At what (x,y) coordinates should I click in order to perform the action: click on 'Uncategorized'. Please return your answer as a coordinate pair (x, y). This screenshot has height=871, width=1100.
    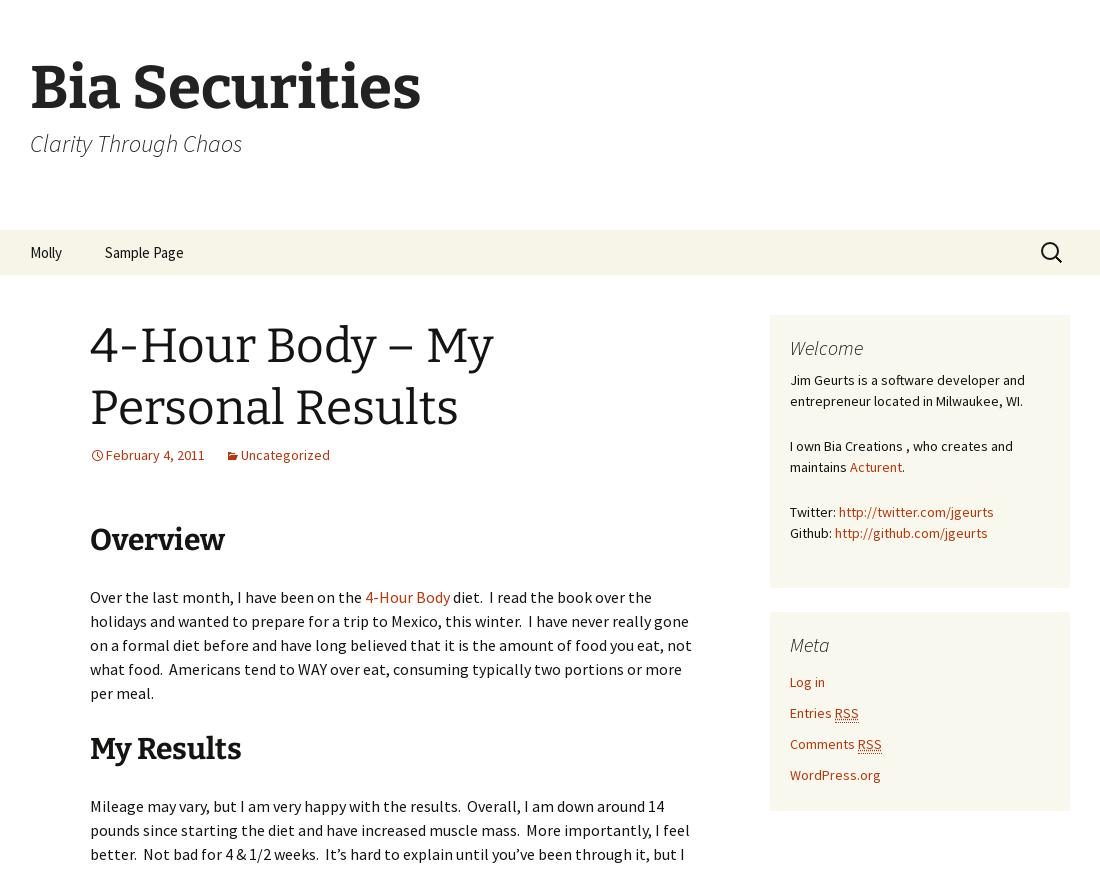
    Looking at the image, I should click on (284, 453).